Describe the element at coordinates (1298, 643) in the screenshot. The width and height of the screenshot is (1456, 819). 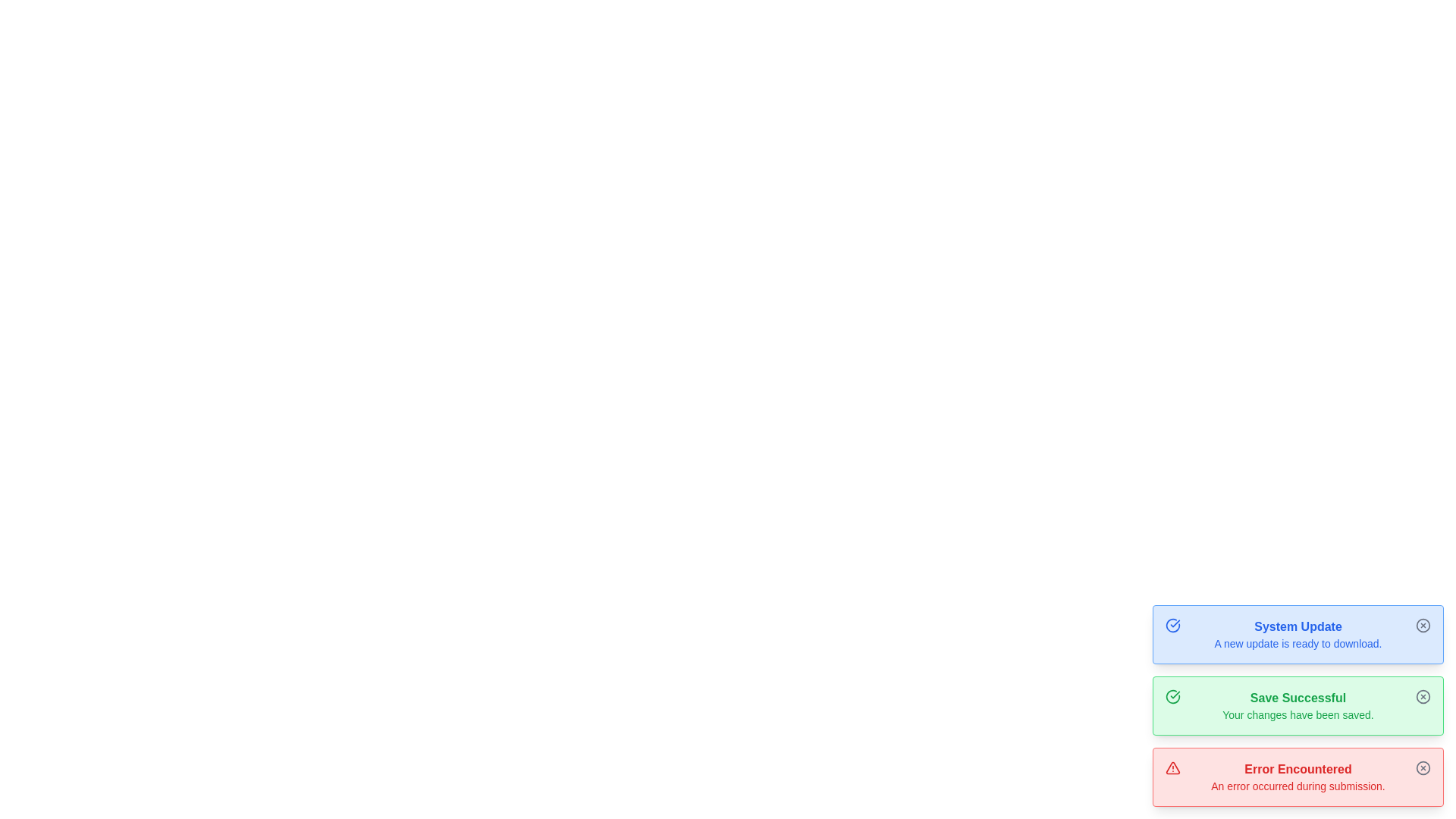
I see `the text element that reads 'A new update is ready to download.' which is styled with a light blue background and positioned below 'System Update'` at that location.